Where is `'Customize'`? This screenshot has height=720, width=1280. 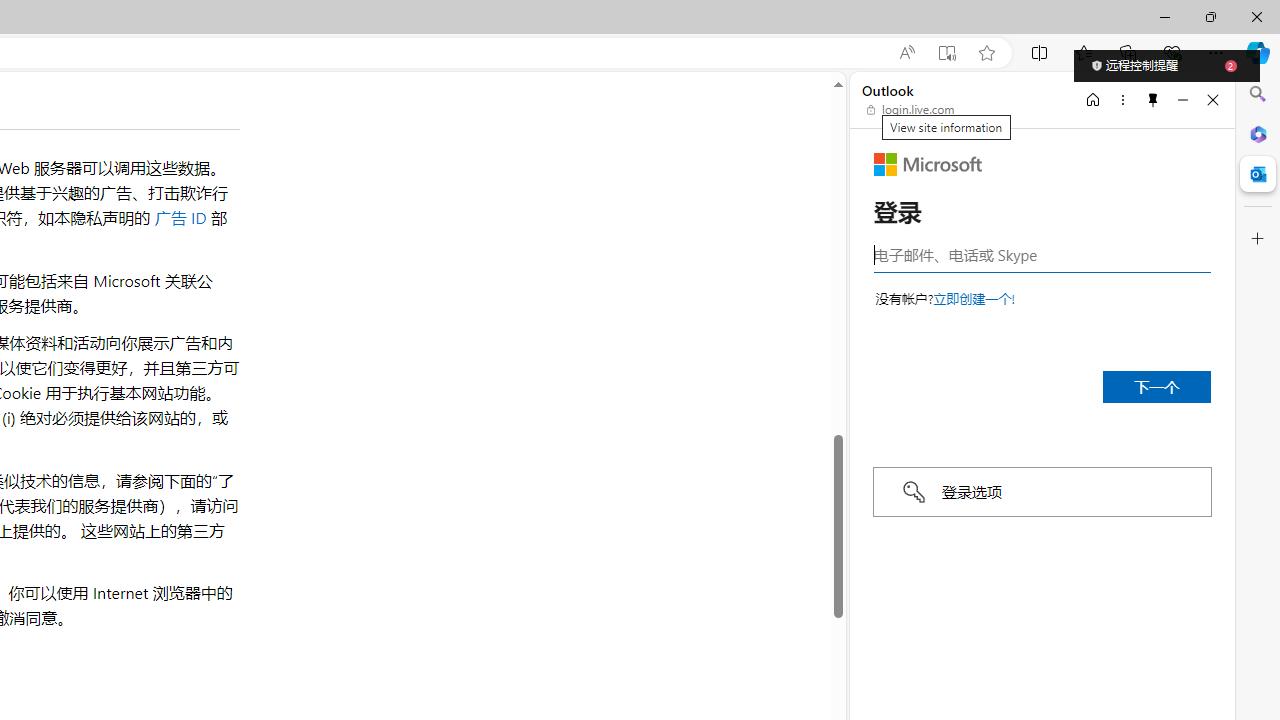
'Customize' is located at coordinates (1257, 238).